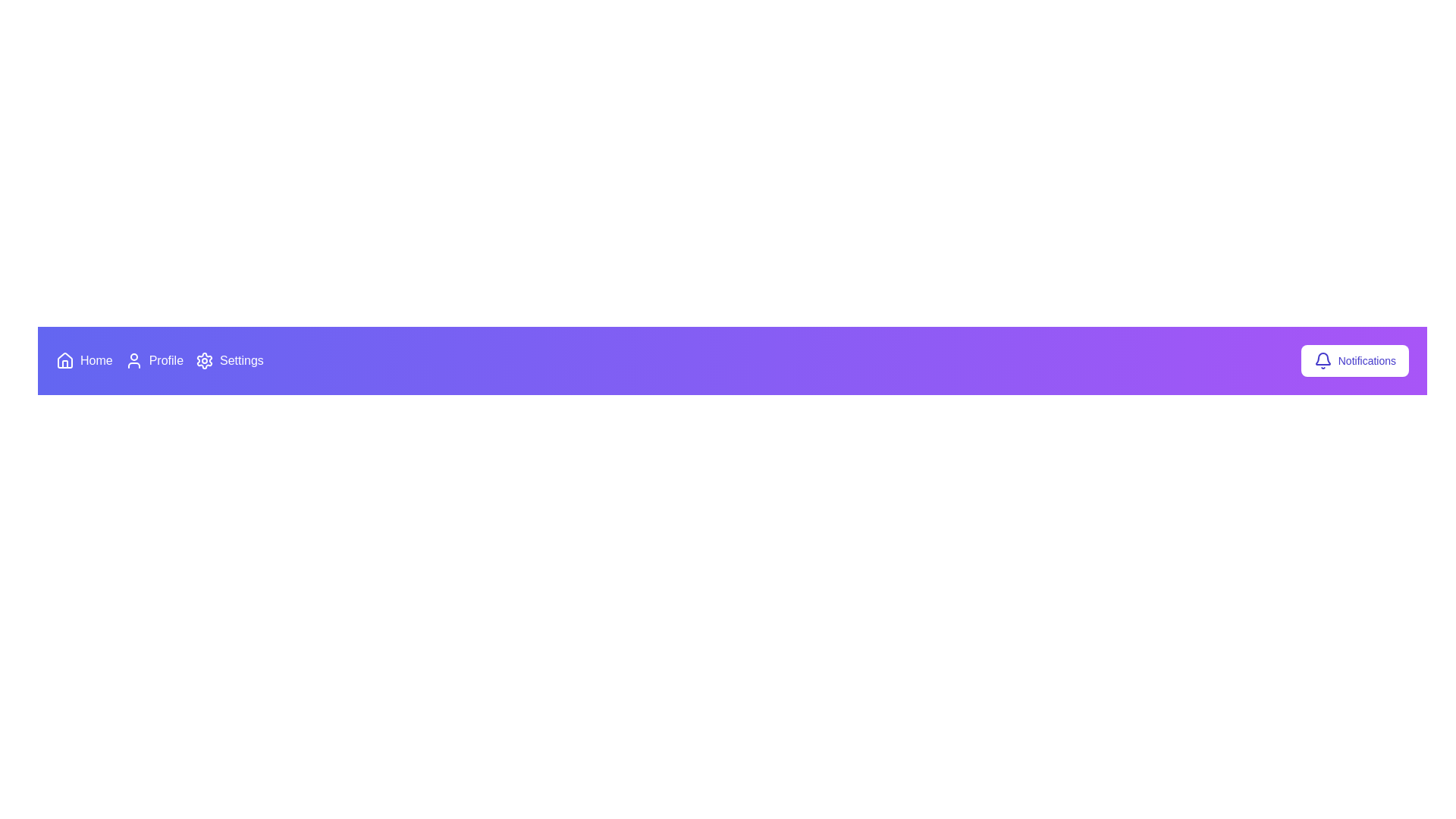 The height and width of the screenshot is (819, 1456). I want to click on the gear-shaped icon indicative of settings, so click(204, 360).